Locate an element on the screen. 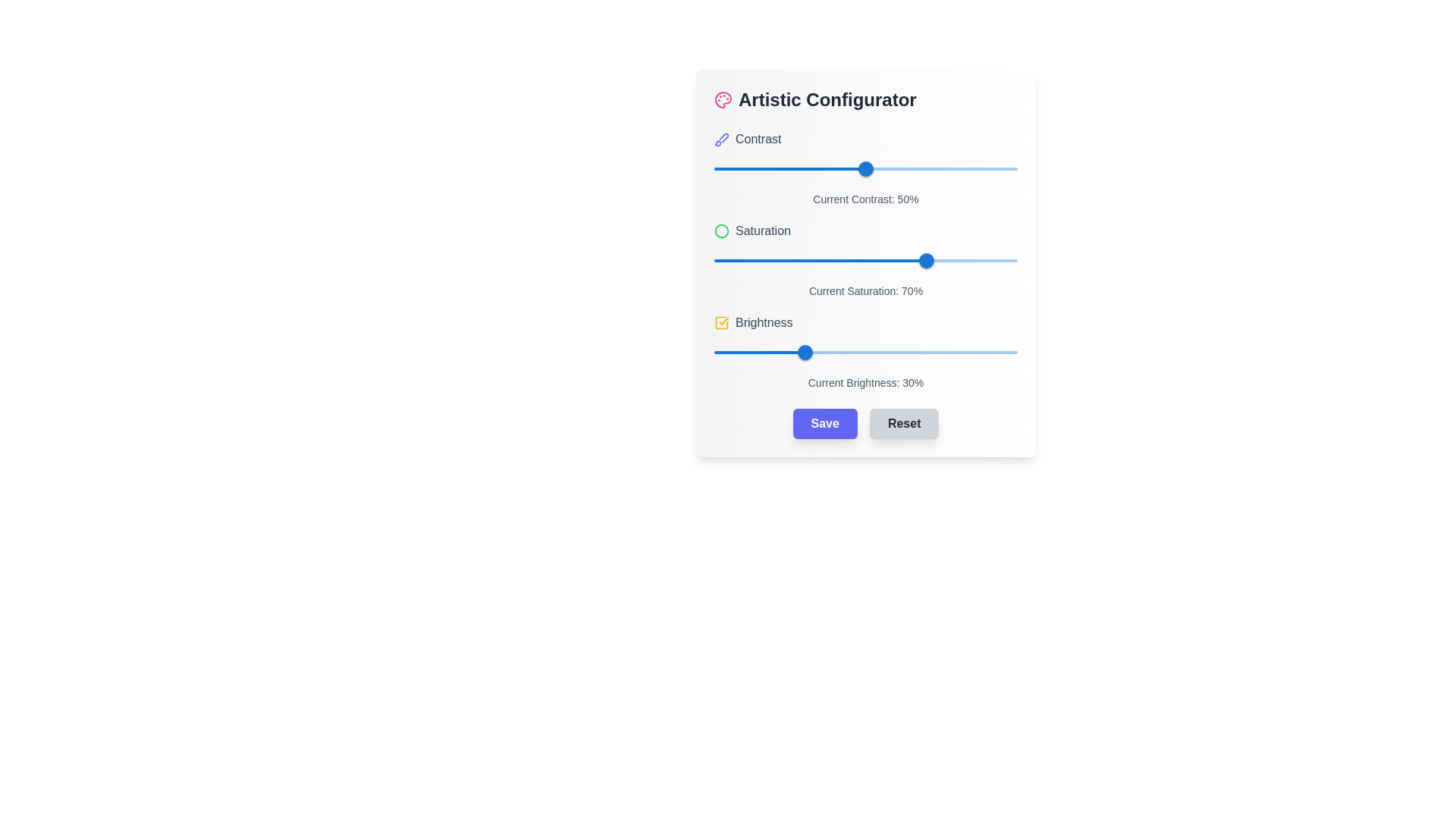  informational static text label indicating the current saturation percentage (70%) located below the saturation slider and above the brightness configuration section is located at coordinates (866, 291).